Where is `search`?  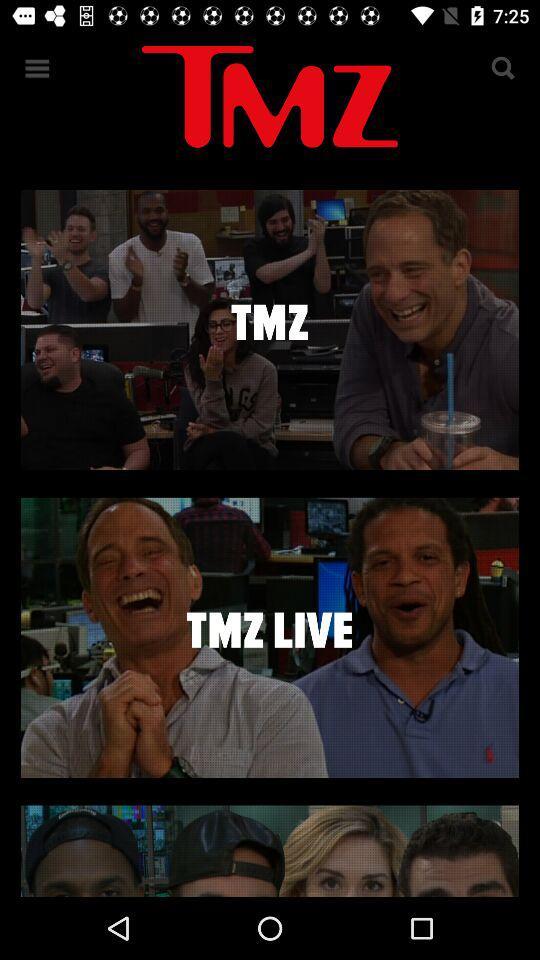
search is located at coordinates (501, 68).